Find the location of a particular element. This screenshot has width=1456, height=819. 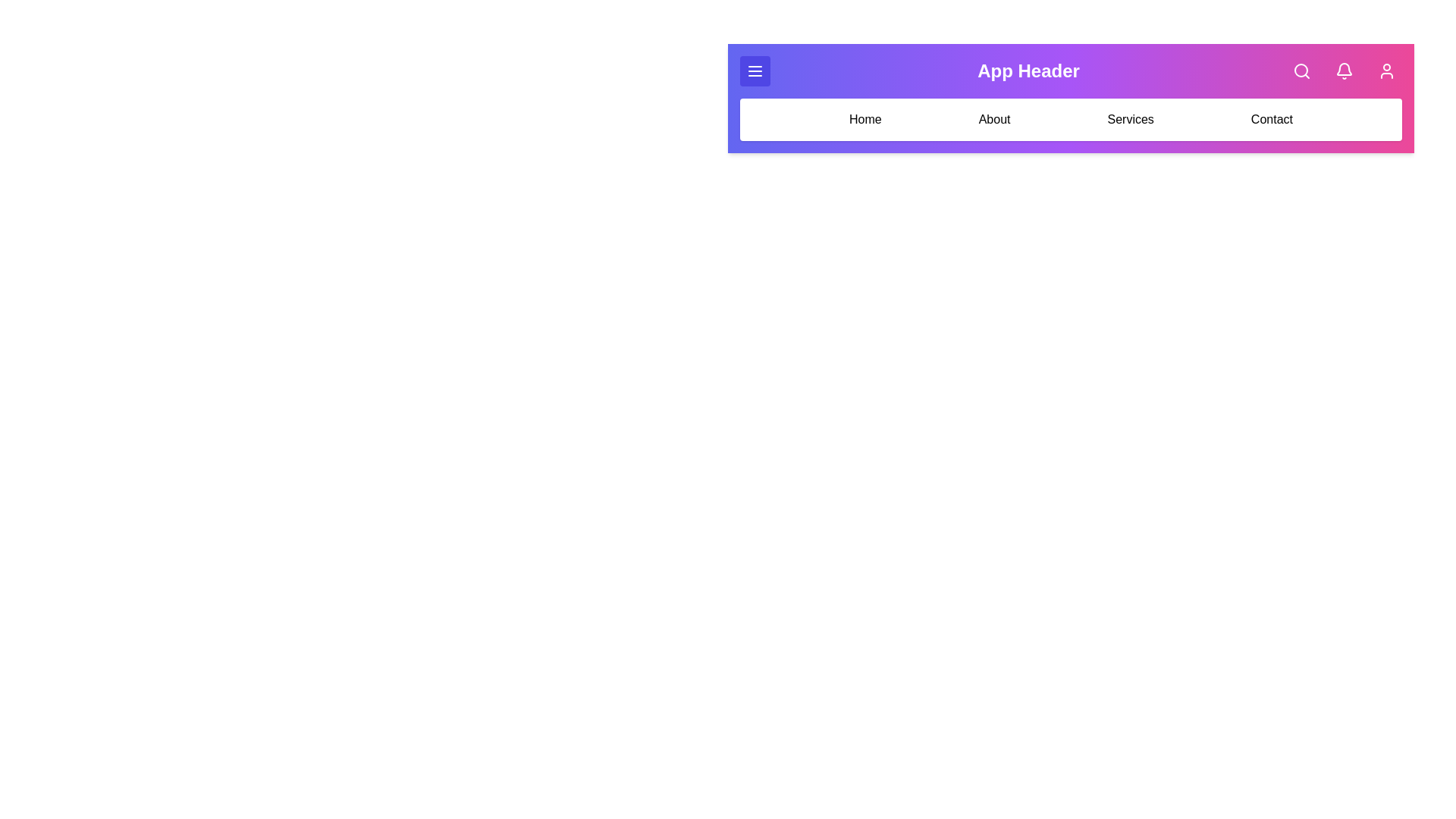

the menu option Home from the navigation bar is located at coordinates (865, 119).